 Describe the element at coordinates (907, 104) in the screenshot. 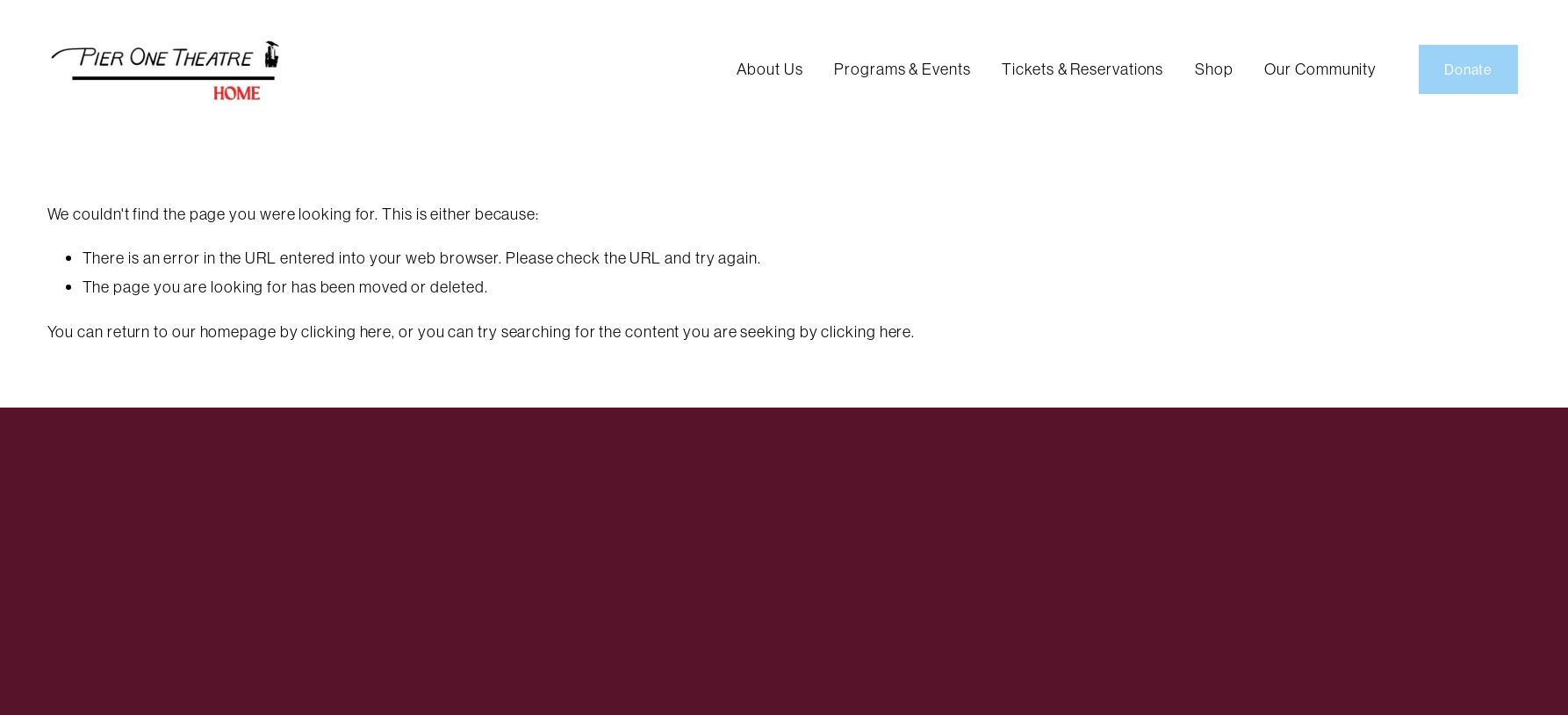

I see `'Upcoming Events'` at that location.